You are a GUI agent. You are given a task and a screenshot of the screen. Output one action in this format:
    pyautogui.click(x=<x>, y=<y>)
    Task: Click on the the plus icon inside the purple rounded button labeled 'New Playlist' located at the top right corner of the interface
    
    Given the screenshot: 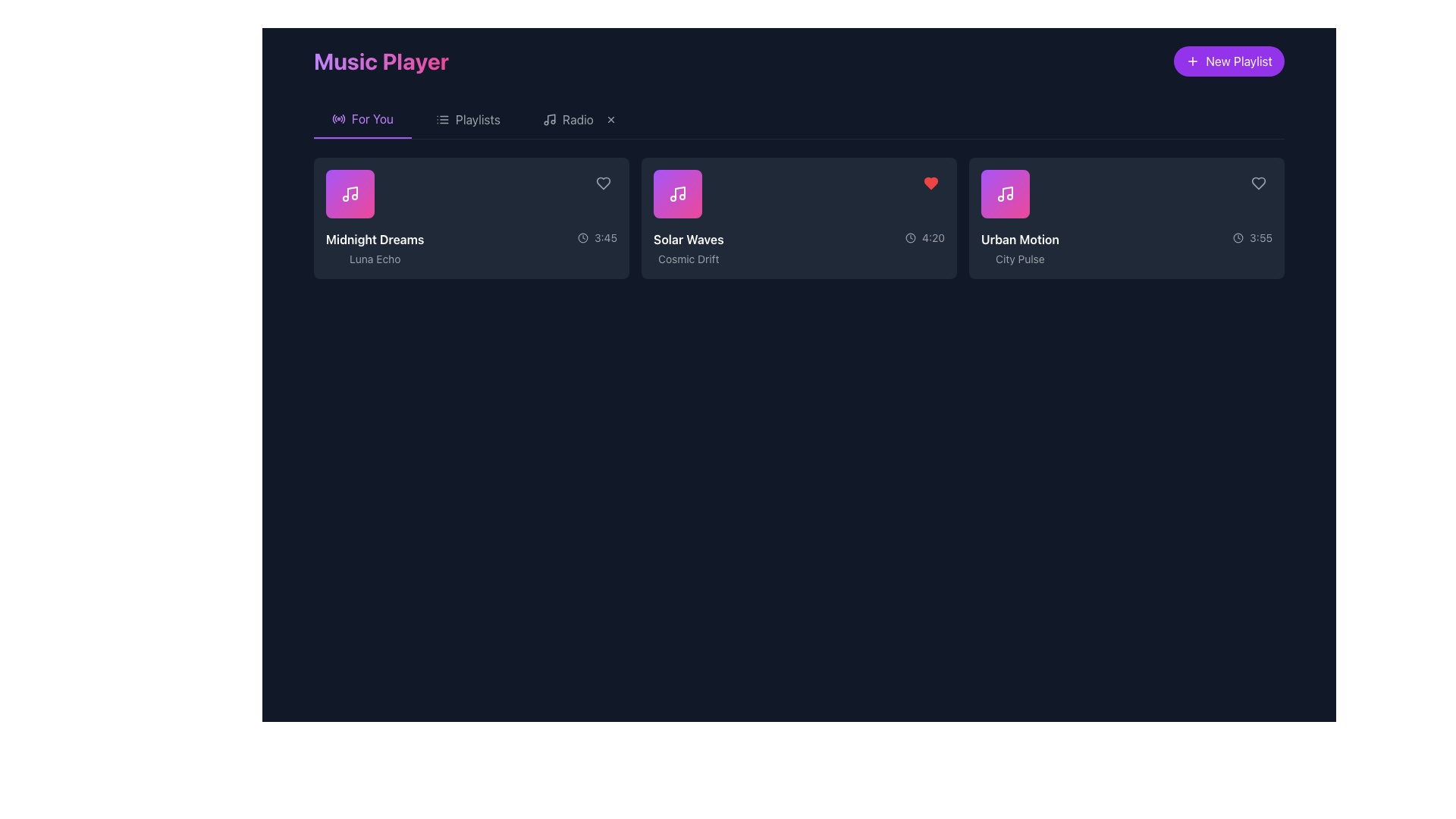 What is the action you would take?
    pyautogui.click(x=1192, y=61)
    